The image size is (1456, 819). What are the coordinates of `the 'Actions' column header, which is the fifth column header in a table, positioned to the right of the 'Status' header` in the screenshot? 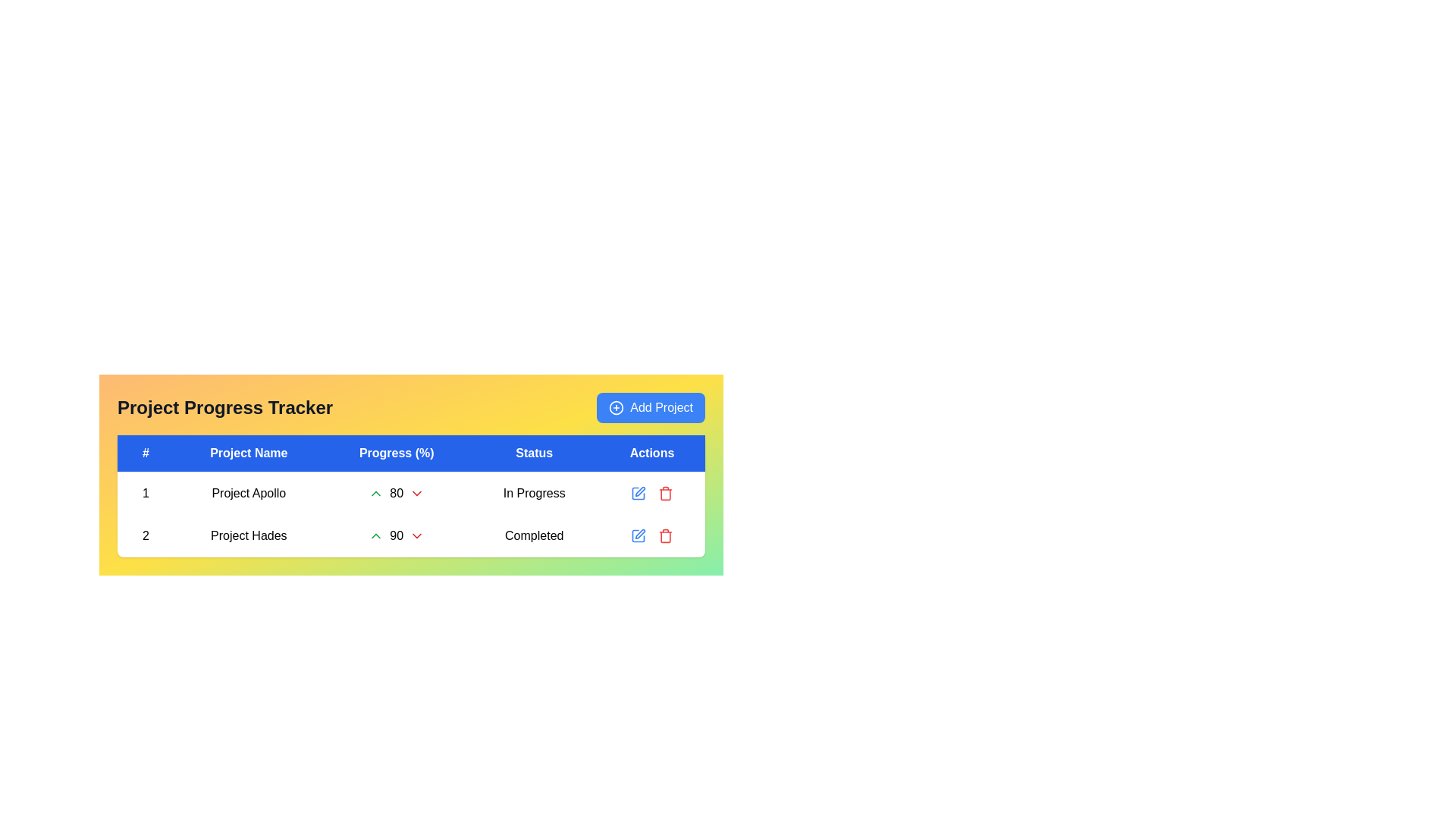 It's located at (651, 453).